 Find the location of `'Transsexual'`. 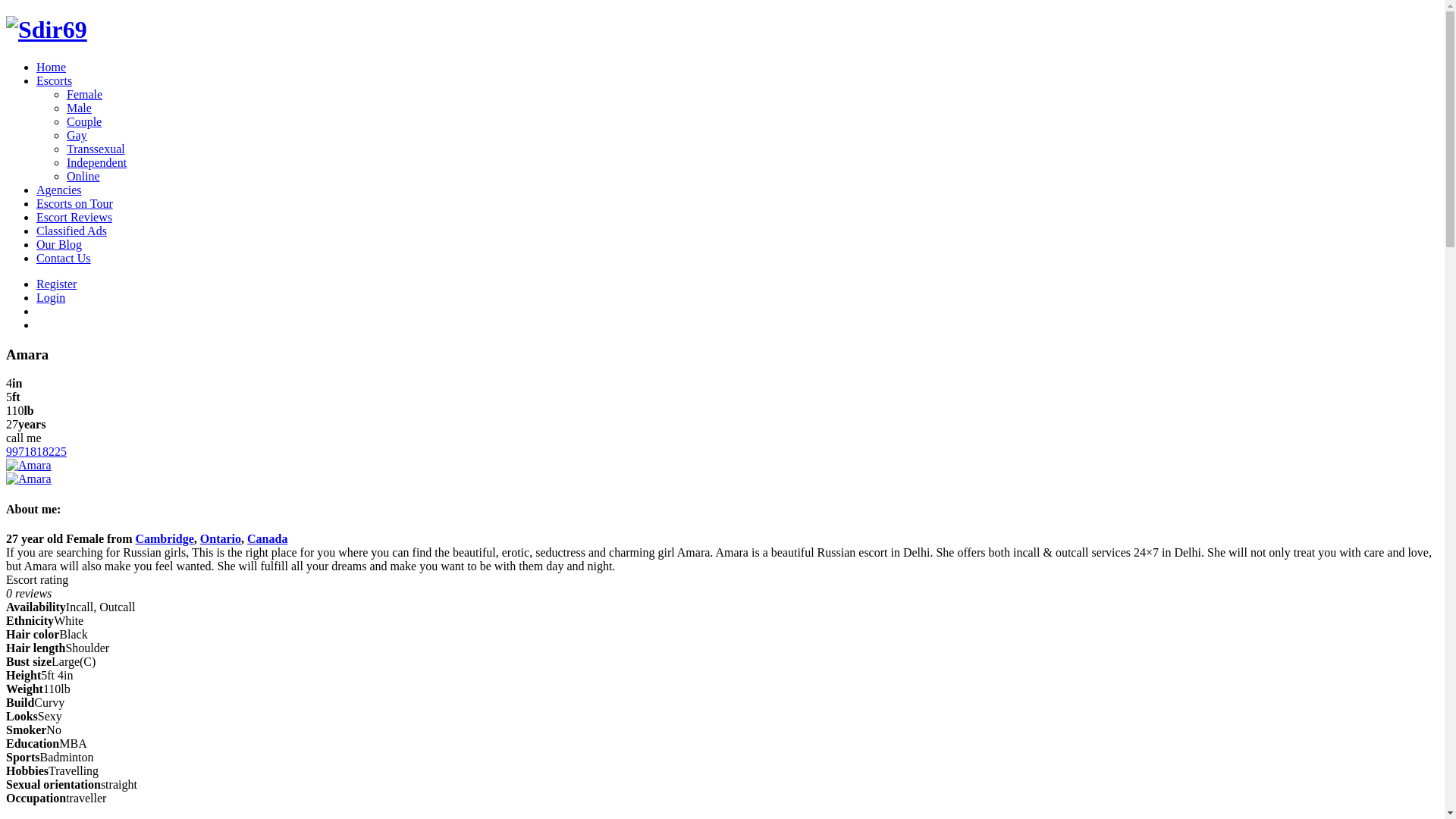

'Transsexual' is located at coordinates (95, 149).